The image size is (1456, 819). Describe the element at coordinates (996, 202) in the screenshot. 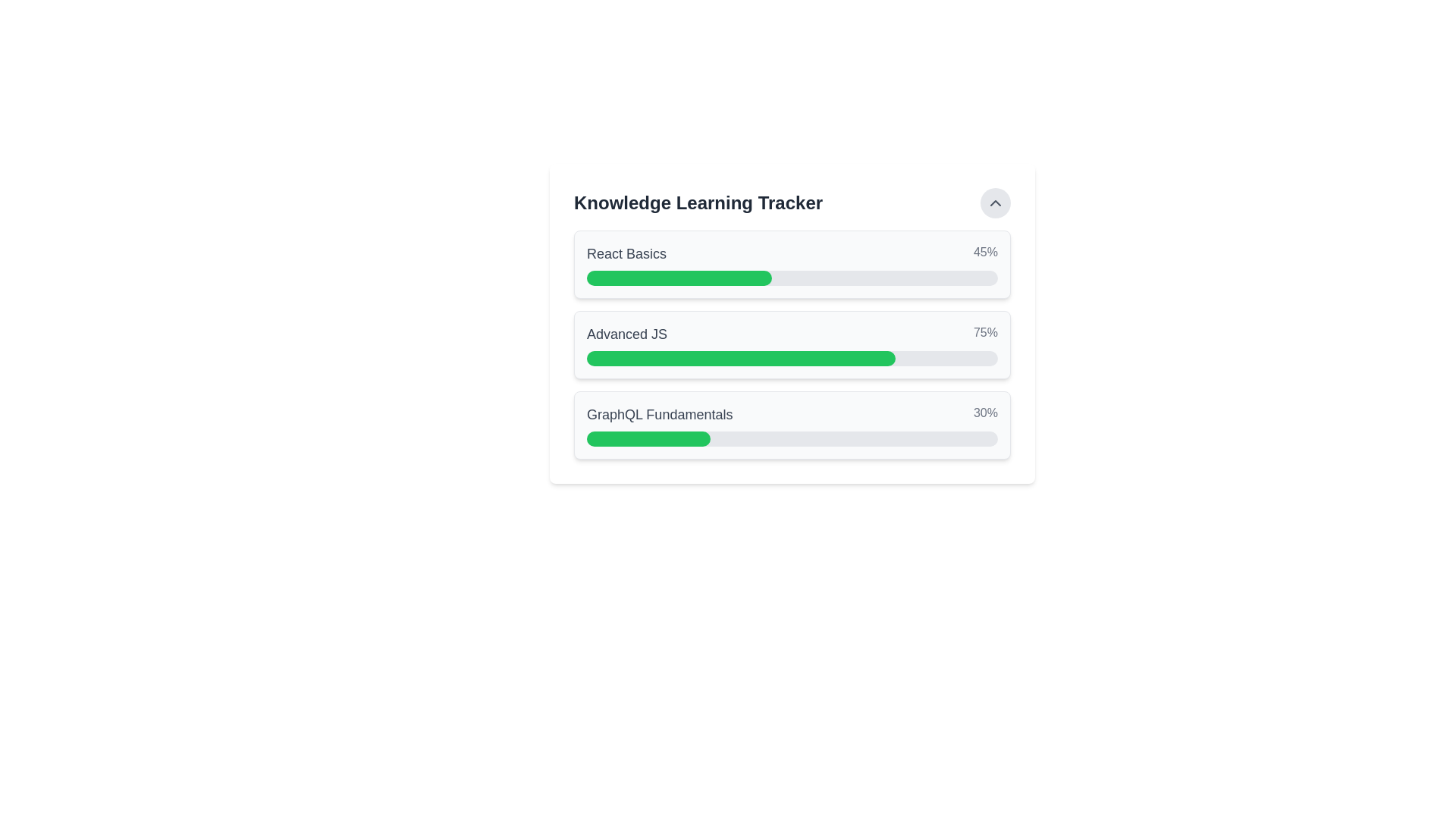

I see `the Chevron Up icon, which is centrally located near the top-right corner of the interface, adjacent to the 'Knowledge Learning Tracker' title` at that location.